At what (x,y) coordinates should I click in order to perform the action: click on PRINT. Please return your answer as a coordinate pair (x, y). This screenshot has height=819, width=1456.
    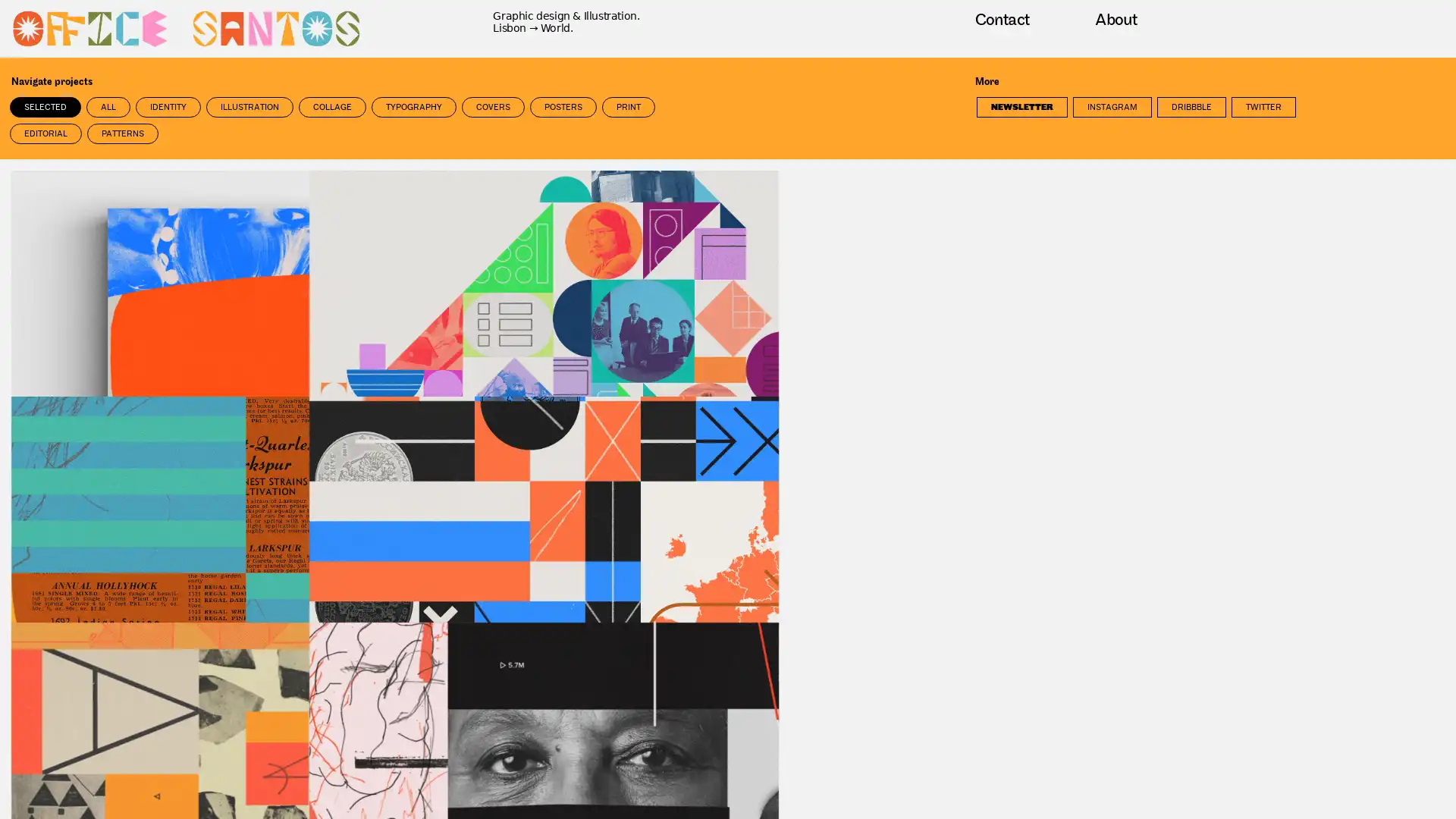
    Looking at the image, I should click on (629, 106).